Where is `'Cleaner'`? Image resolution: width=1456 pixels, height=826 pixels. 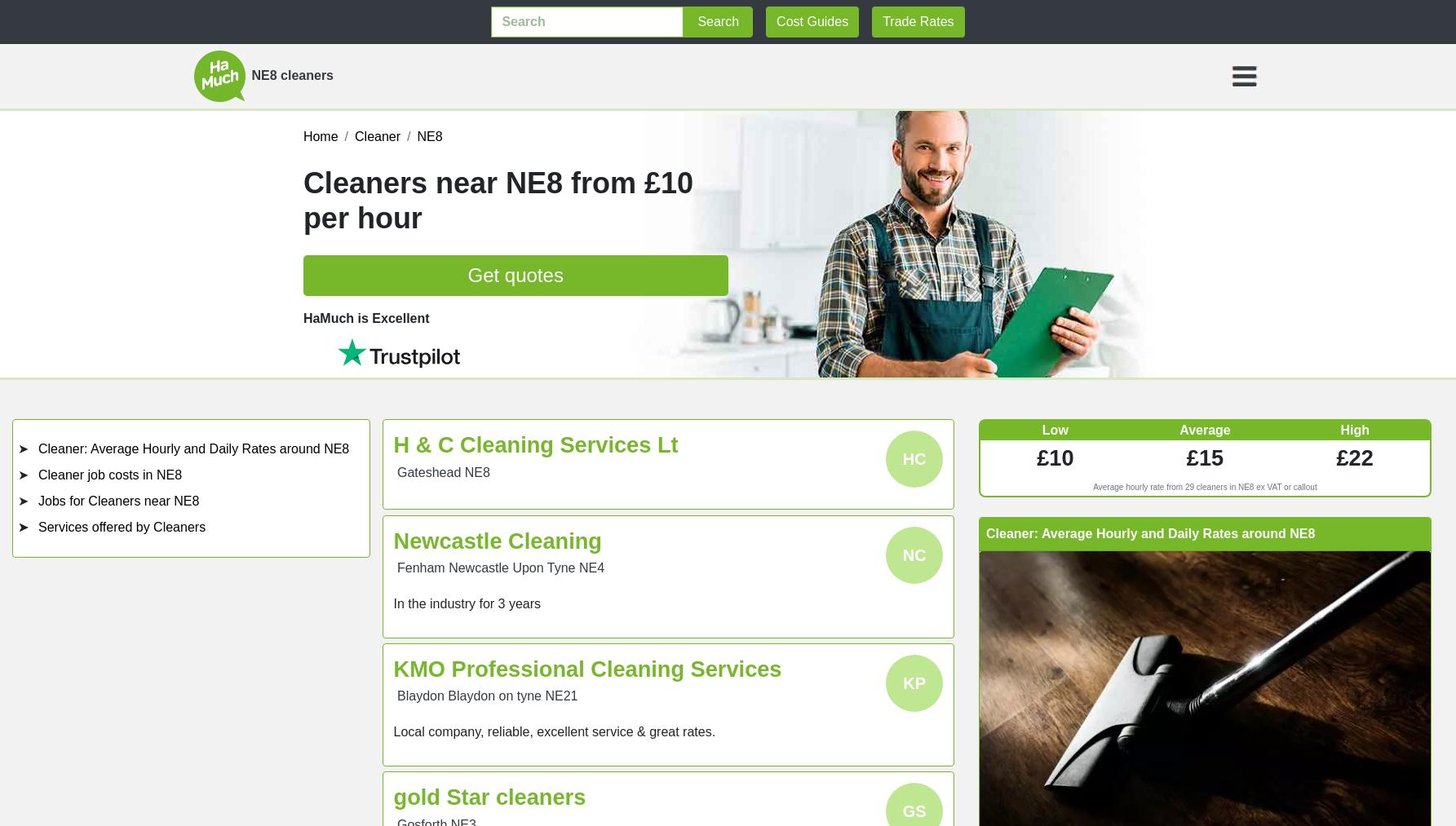
'Cleaner' is located at coordinates (377, 136).